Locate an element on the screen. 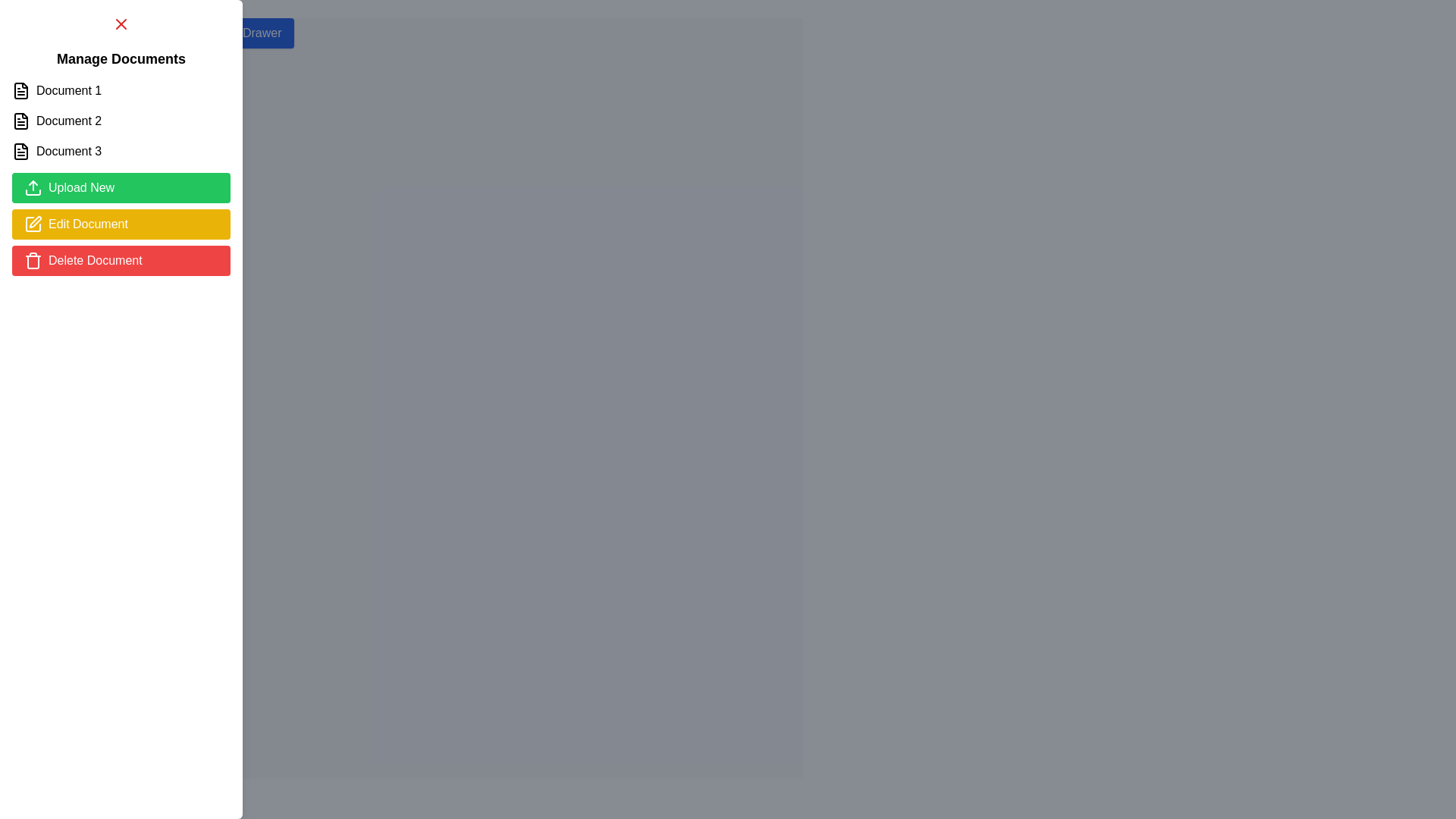  the second document list item in the 'Manage Documents' section, which is located above the document management buttons is located at coordinates (120, 120).